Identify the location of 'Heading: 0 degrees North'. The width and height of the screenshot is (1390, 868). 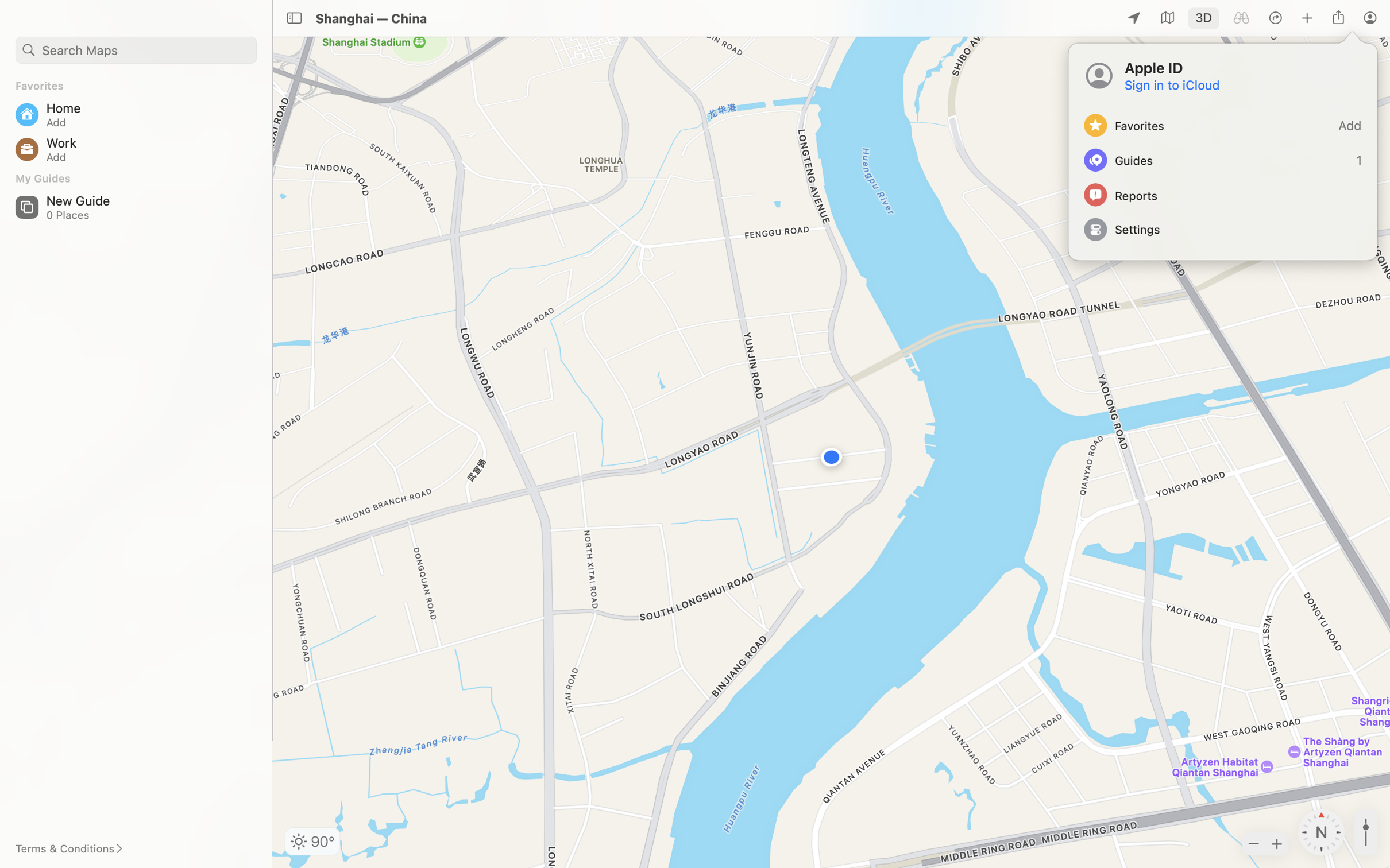
(1322, 832).